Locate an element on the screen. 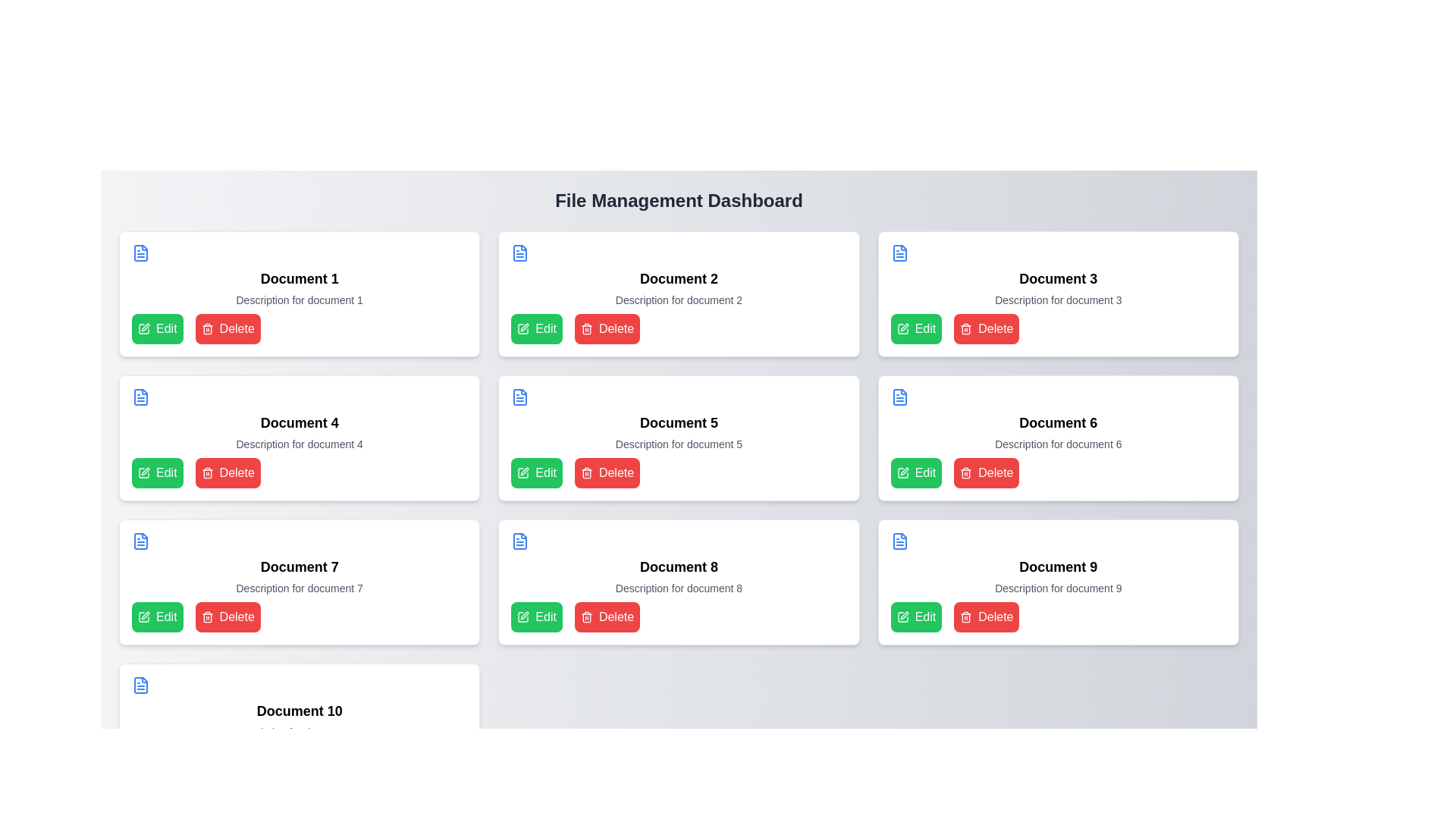 The width and height of the screenshot is (1456, 819). the title text element located at the top of the last content card in the grid layout, which indicates the document's identity is located at coordinates (300, 711).